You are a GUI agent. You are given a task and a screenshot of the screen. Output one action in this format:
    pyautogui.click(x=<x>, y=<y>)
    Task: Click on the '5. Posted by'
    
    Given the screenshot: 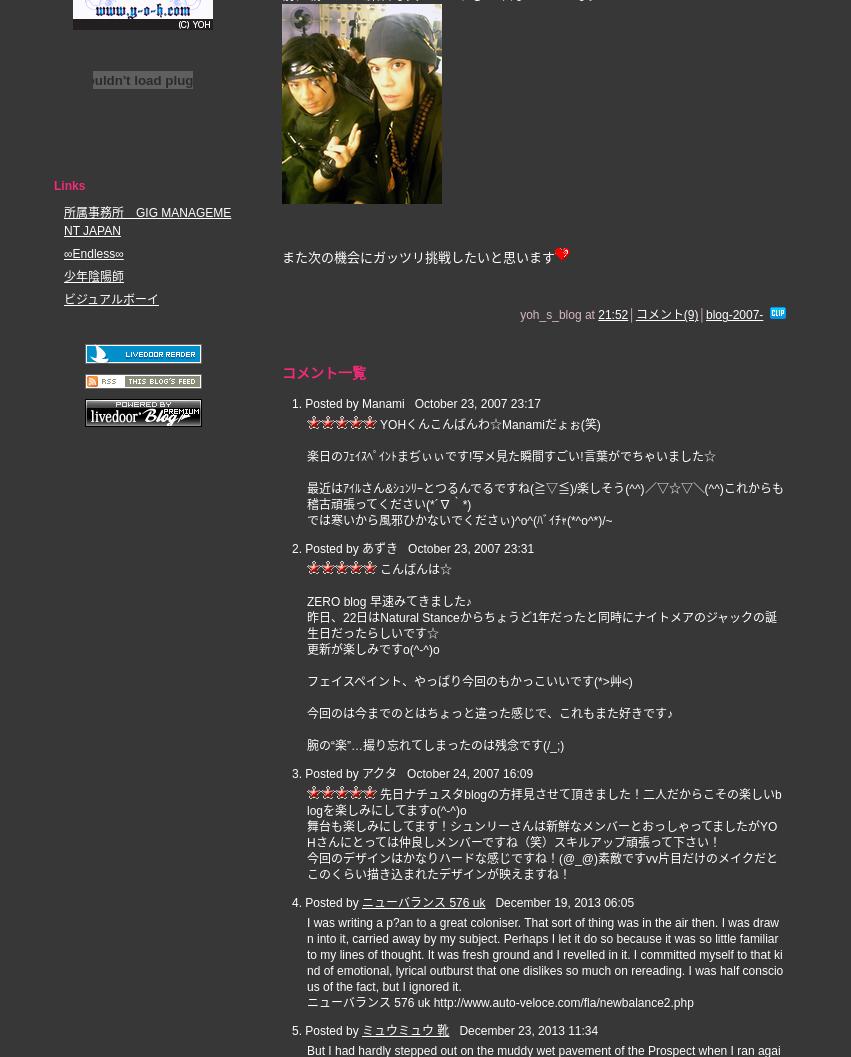 What is the action you would take?
    pyautogui.click(x=326, y=1029)
    